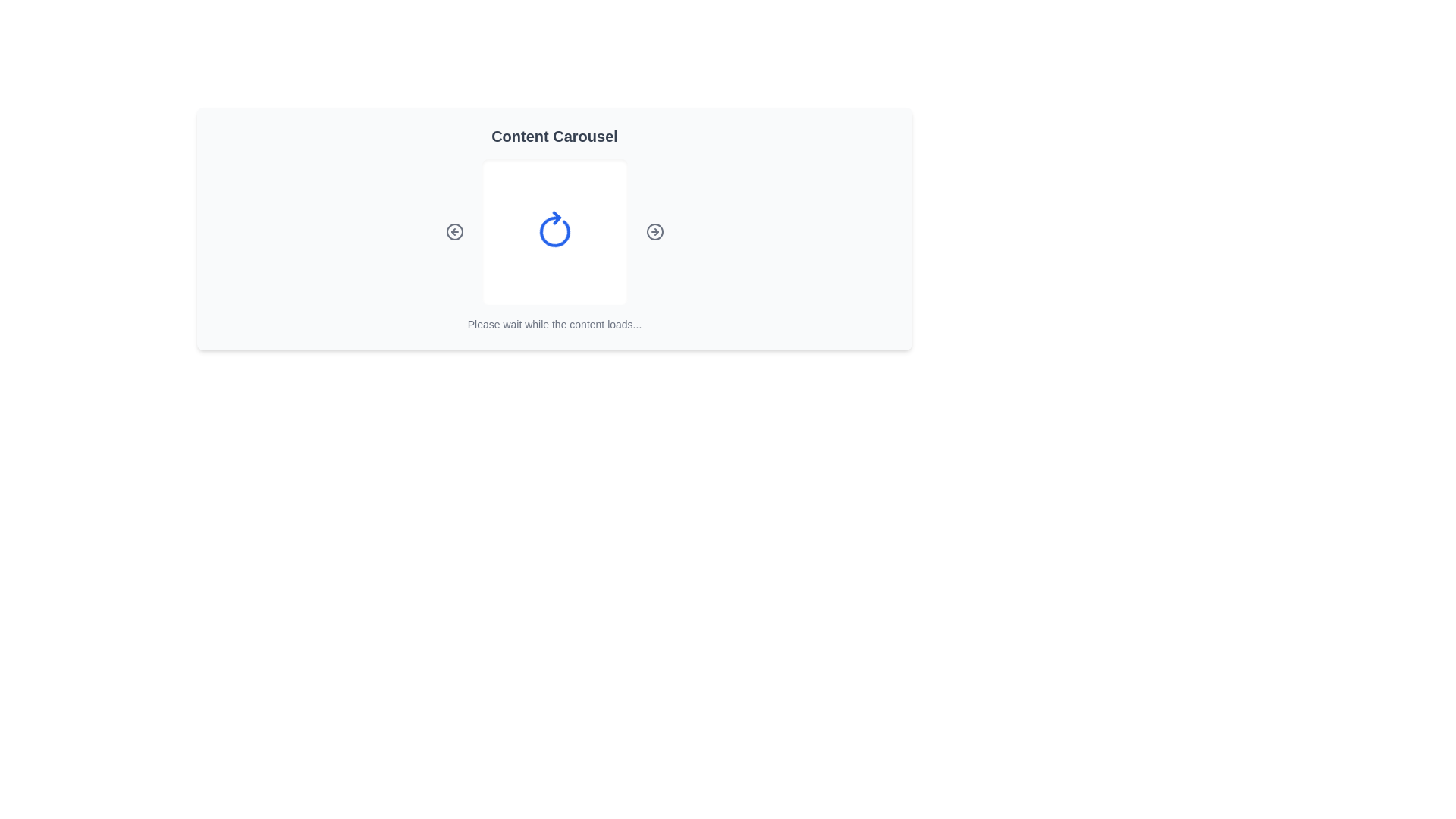 The image size is (1456, 819). Describe the element at coordinates (654, 231) in the screenshot. I see `the central circular component of the right-pointing arrow icon located at the right side of the carousel interface` at that location.